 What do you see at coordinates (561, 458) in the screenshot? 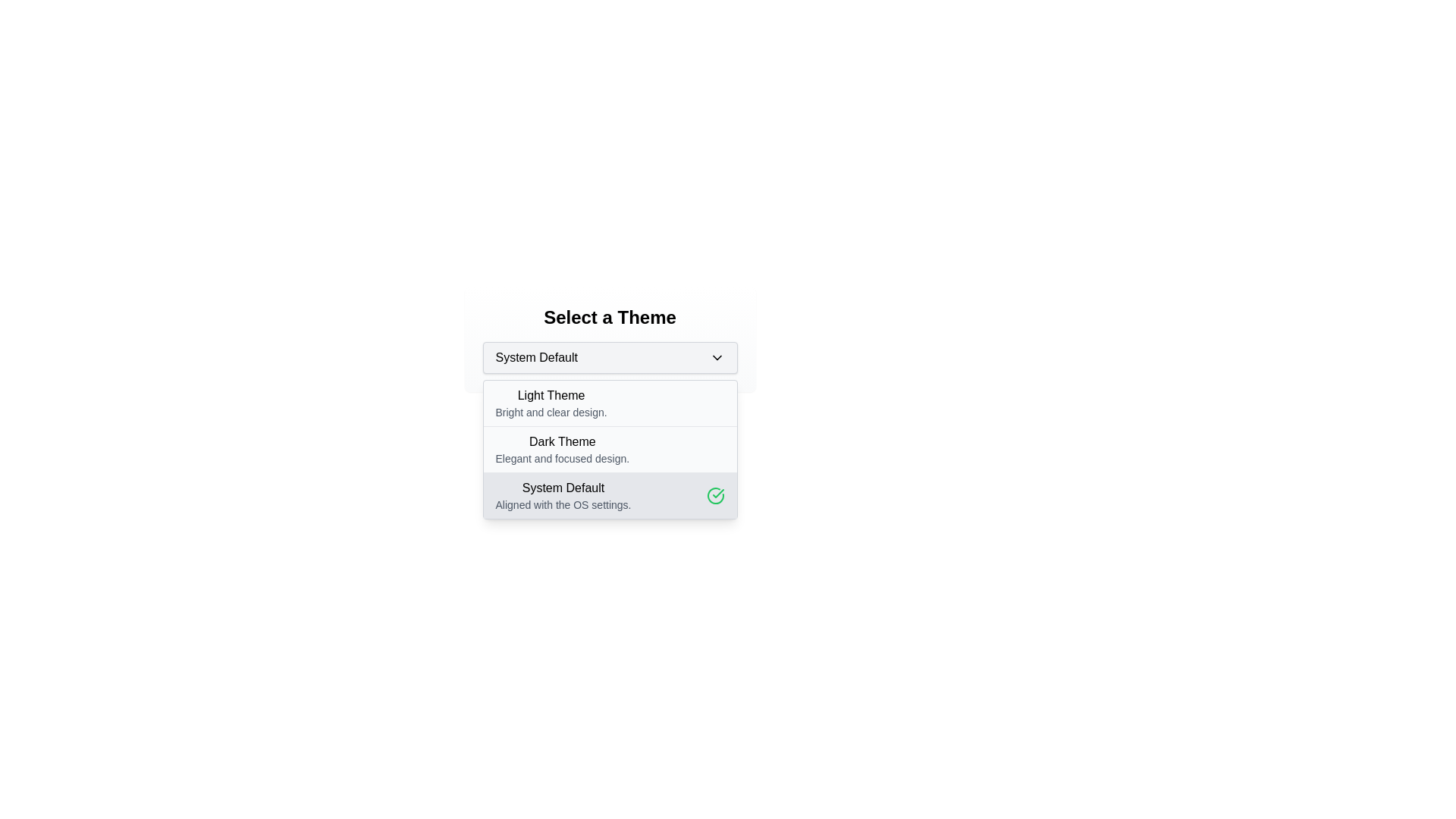
I see `text 'Elegant and focused design.' located in the dropdown menu below the 'Dark Theme' title` at bounding box center [561, 458].